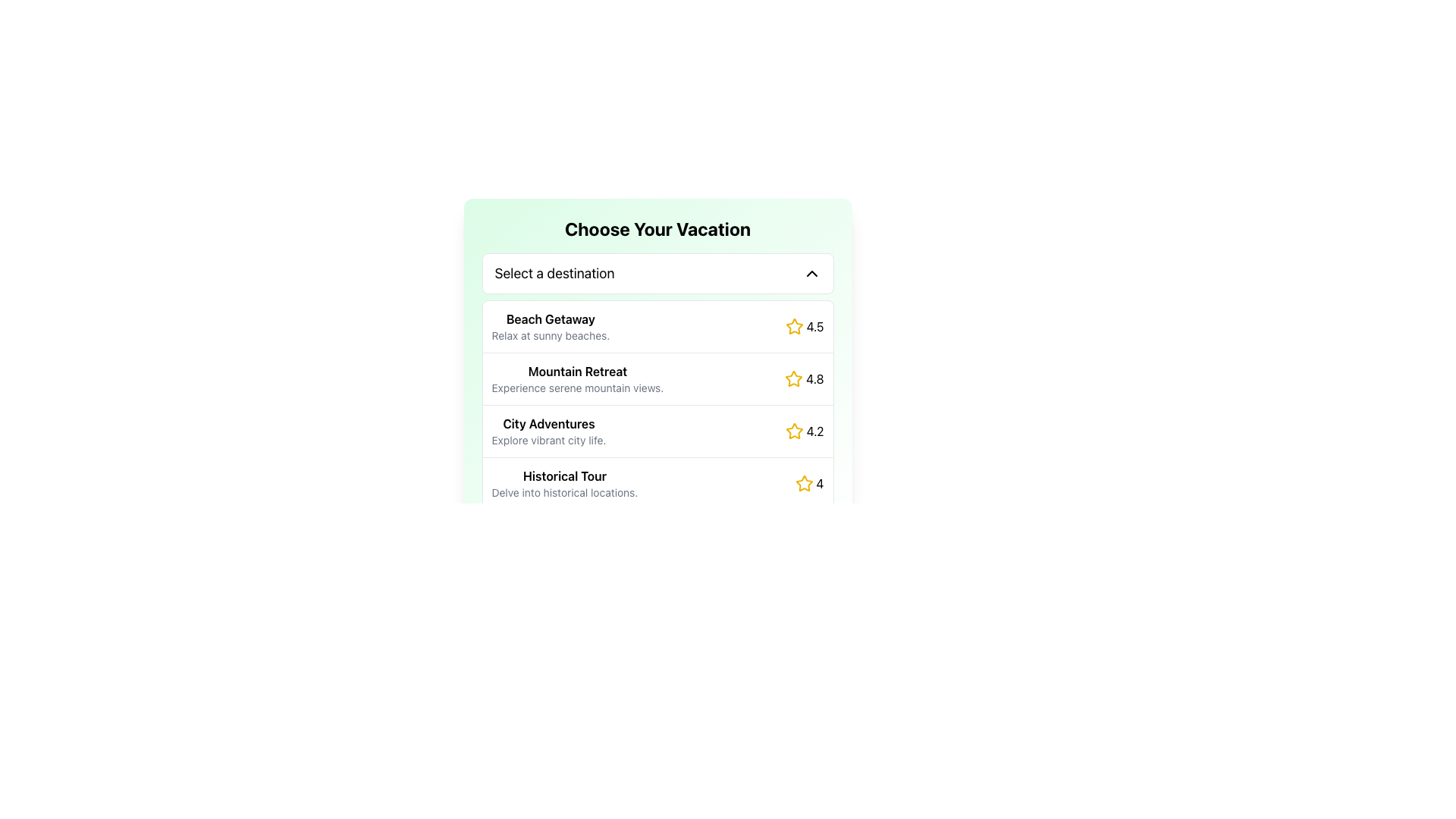 This screenshot has width=1456, height=819. Describe the element at coordinates (657, 378) in the screenshot. I see `rating details of the list item titled 'Mountain Retreat', which has a rating score of '4.8' and a gold star icon` at that location.